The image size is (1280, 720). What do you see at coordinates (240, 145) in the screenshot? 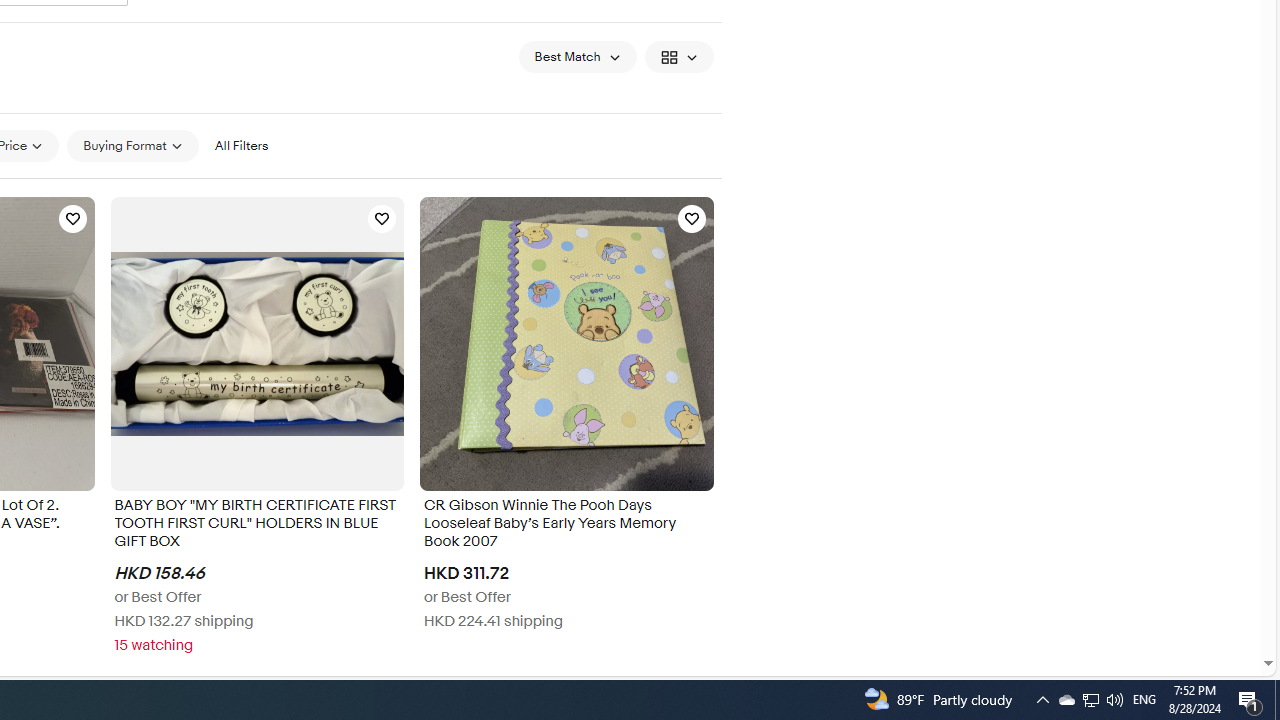
I see `'All Filters'` at bounding box center [240, 145].